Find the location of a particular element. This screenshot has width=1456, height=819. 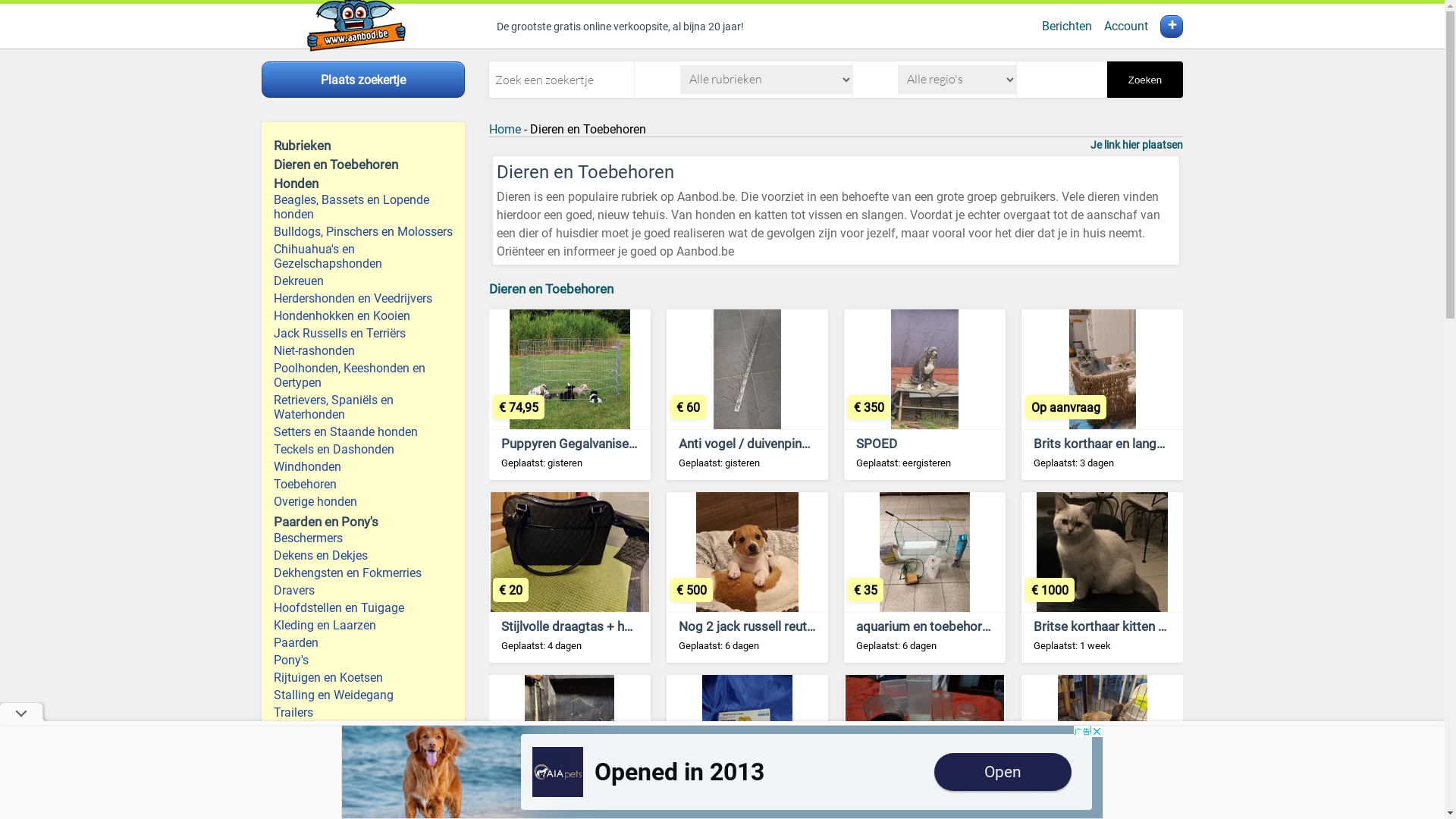

'Dekens en Dekjes' is located at coordinates (273, 555).